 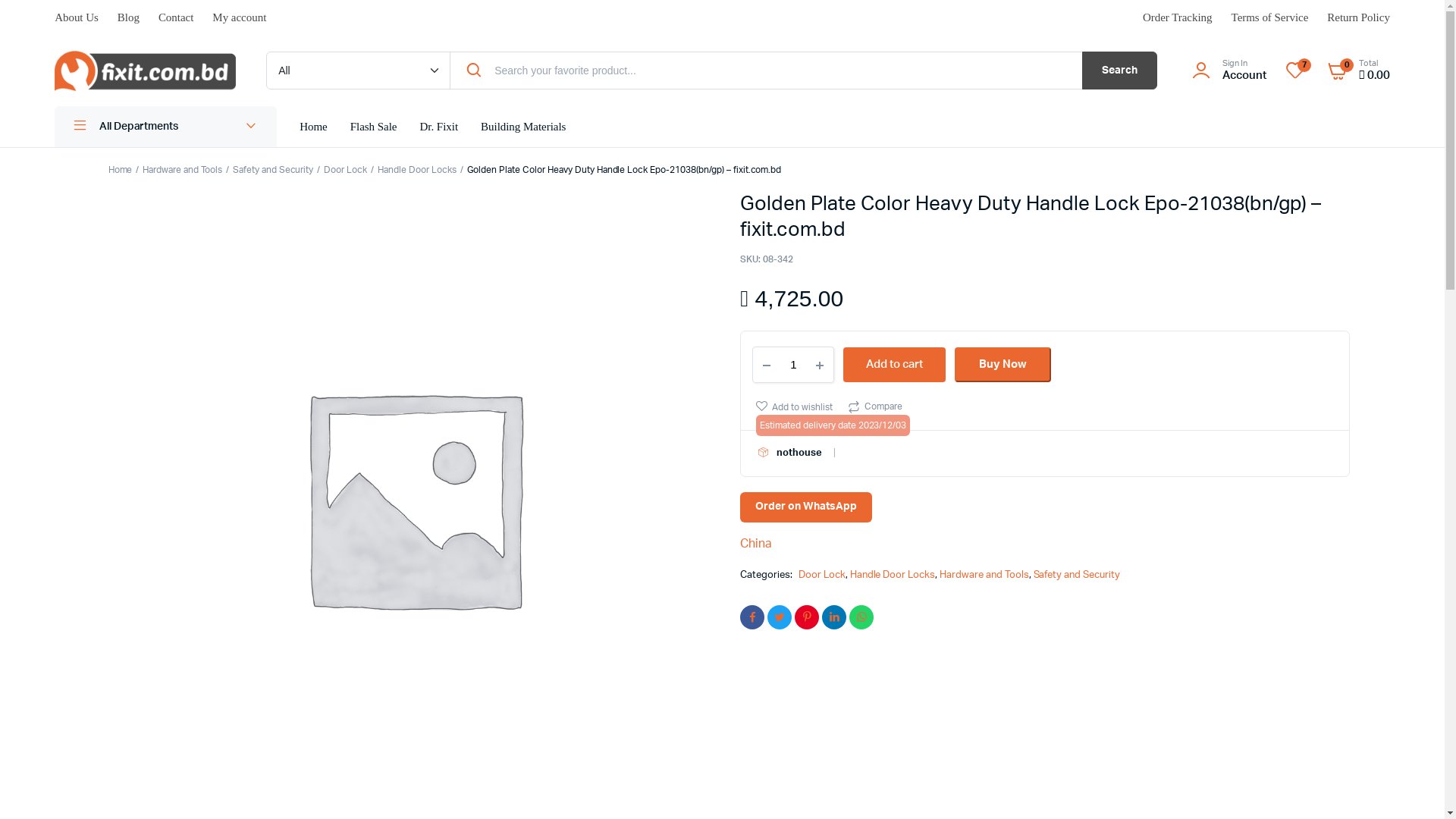 I want to click on 'Flash Sale', so click(x=374, y=125).